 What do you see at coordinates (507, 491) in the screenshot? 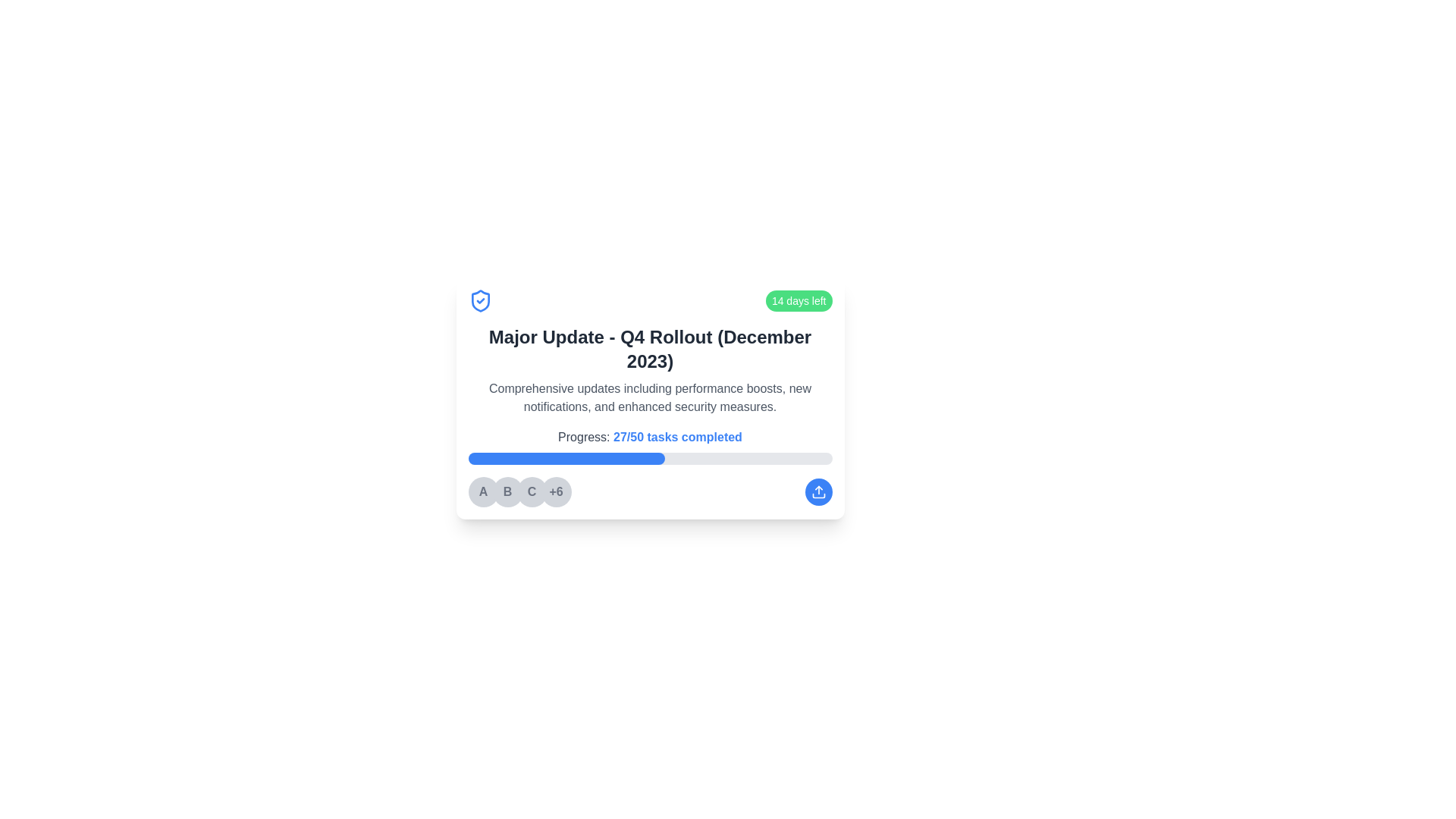
I see `the Circular Badge, which is the second item in a horizontal sequence, located near the bottom of a card-like interface, for information` at bounding box center [507, 491].